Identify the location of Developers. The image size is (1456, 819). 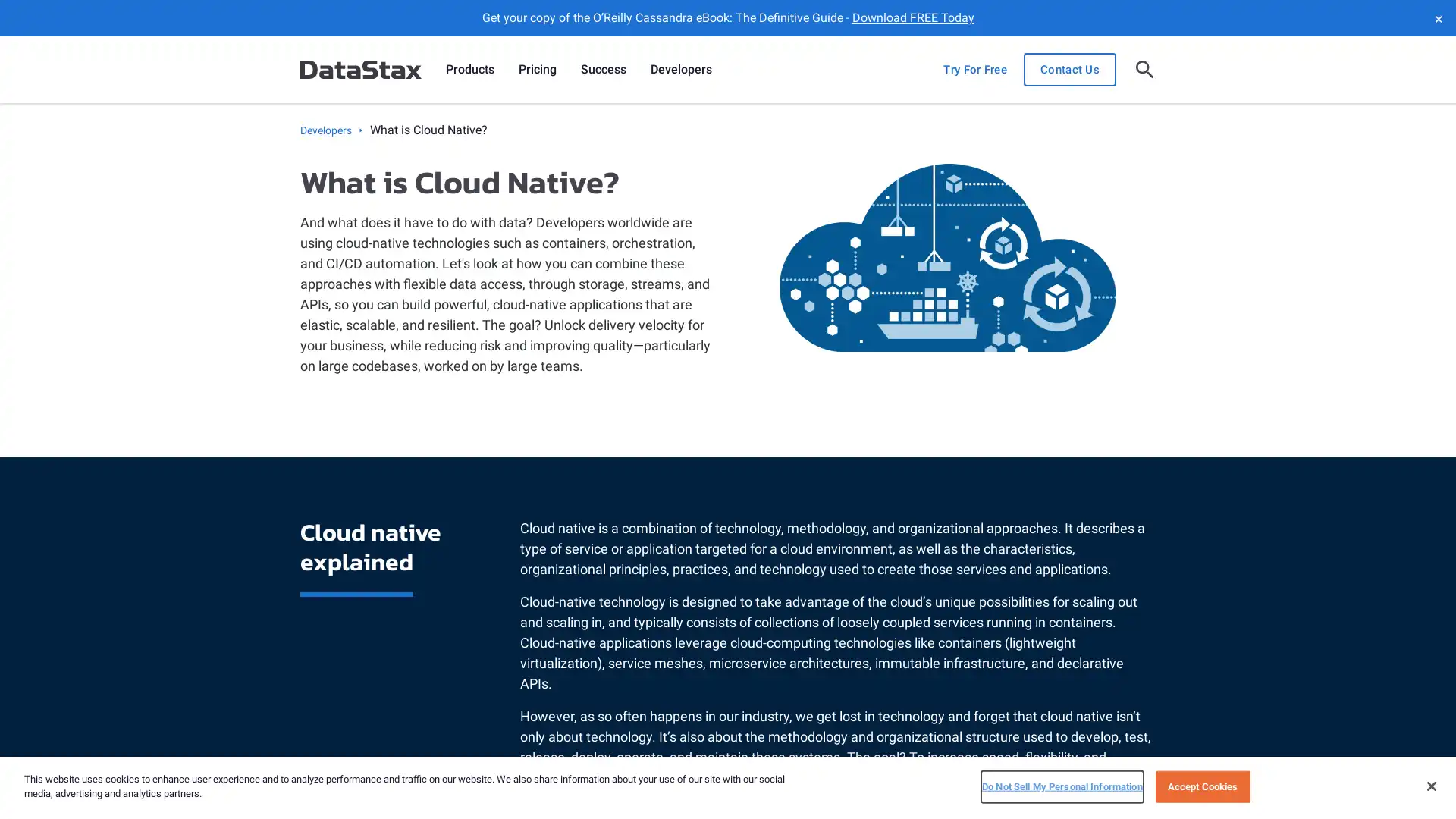
(680, 70).